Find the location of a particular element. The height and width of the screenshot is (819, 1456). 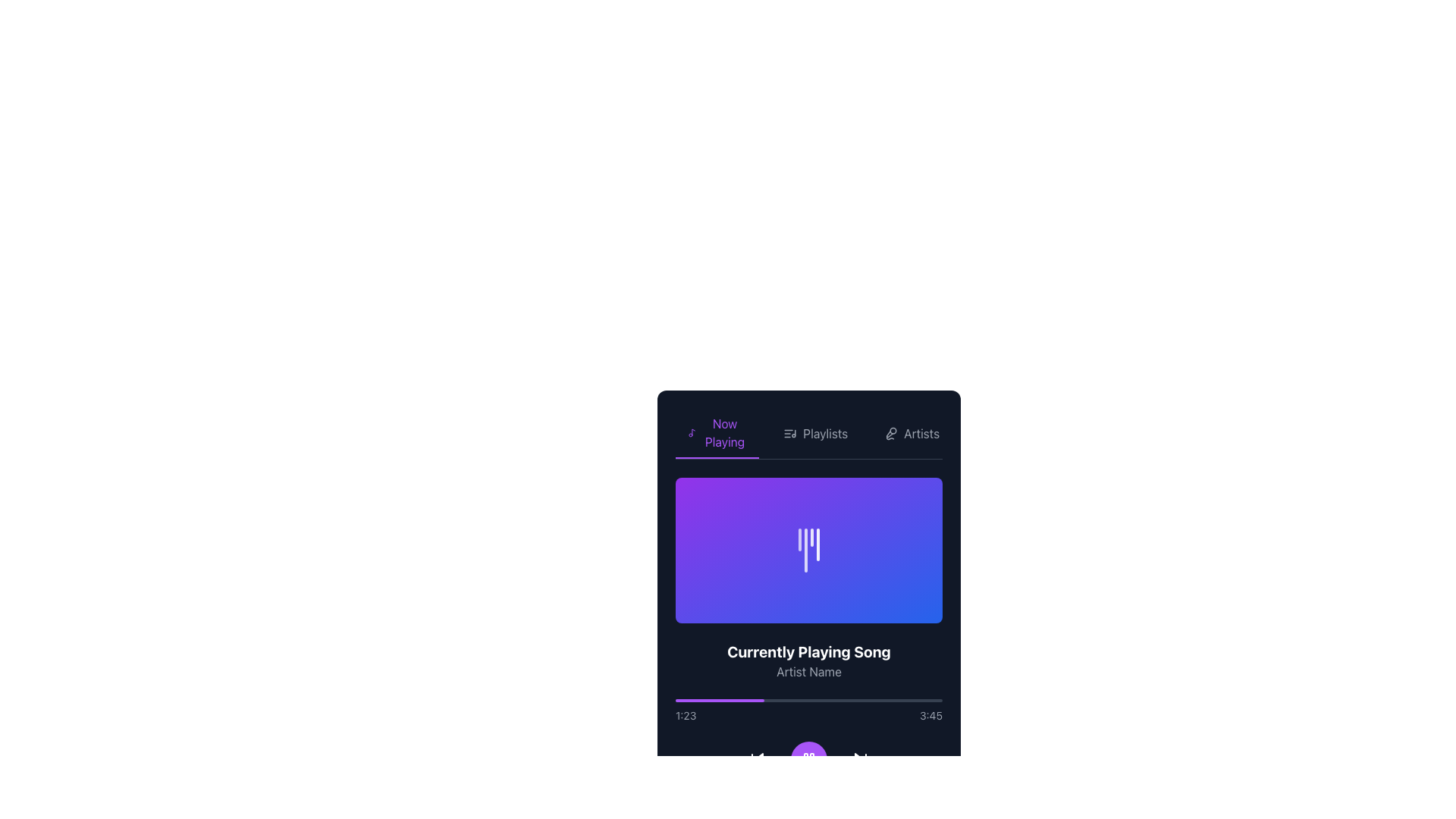

the button that navigates to the artist-related information is located at coordinates (911, 433).